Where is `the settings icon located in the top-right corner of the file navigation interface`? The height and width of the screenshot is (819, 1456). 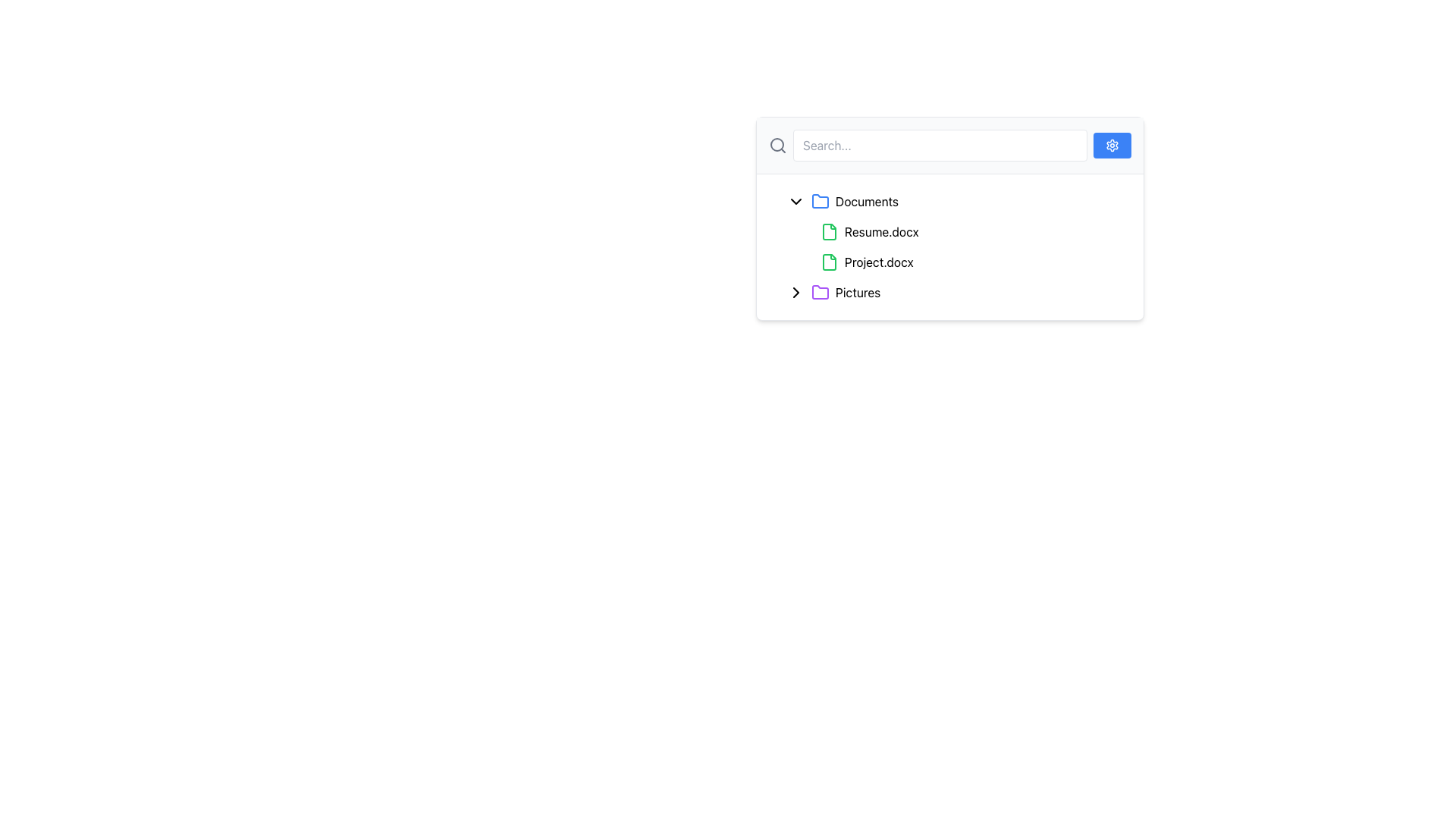 the settings icon located in the top-right corner of the file navigation interface is located at coordinates (1112, 146).